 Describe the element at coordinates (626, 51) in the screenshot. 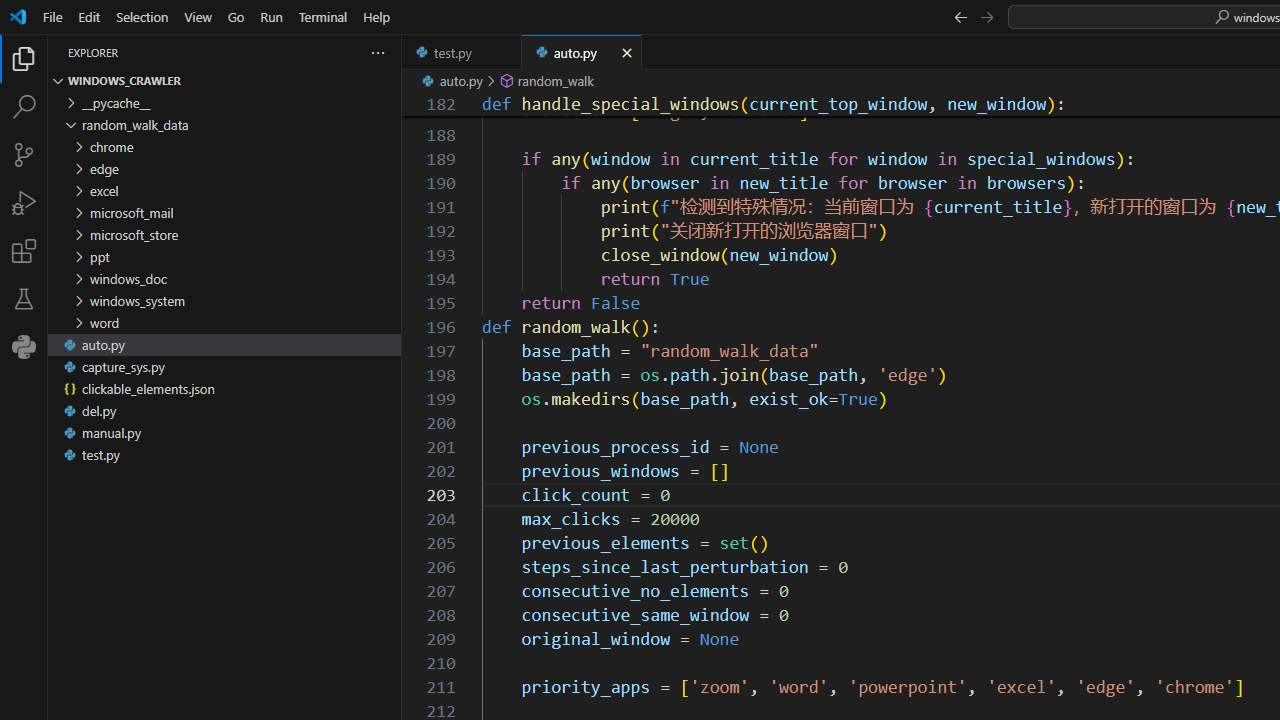

I see `'Close (Ctrl+F4)'` at that location.